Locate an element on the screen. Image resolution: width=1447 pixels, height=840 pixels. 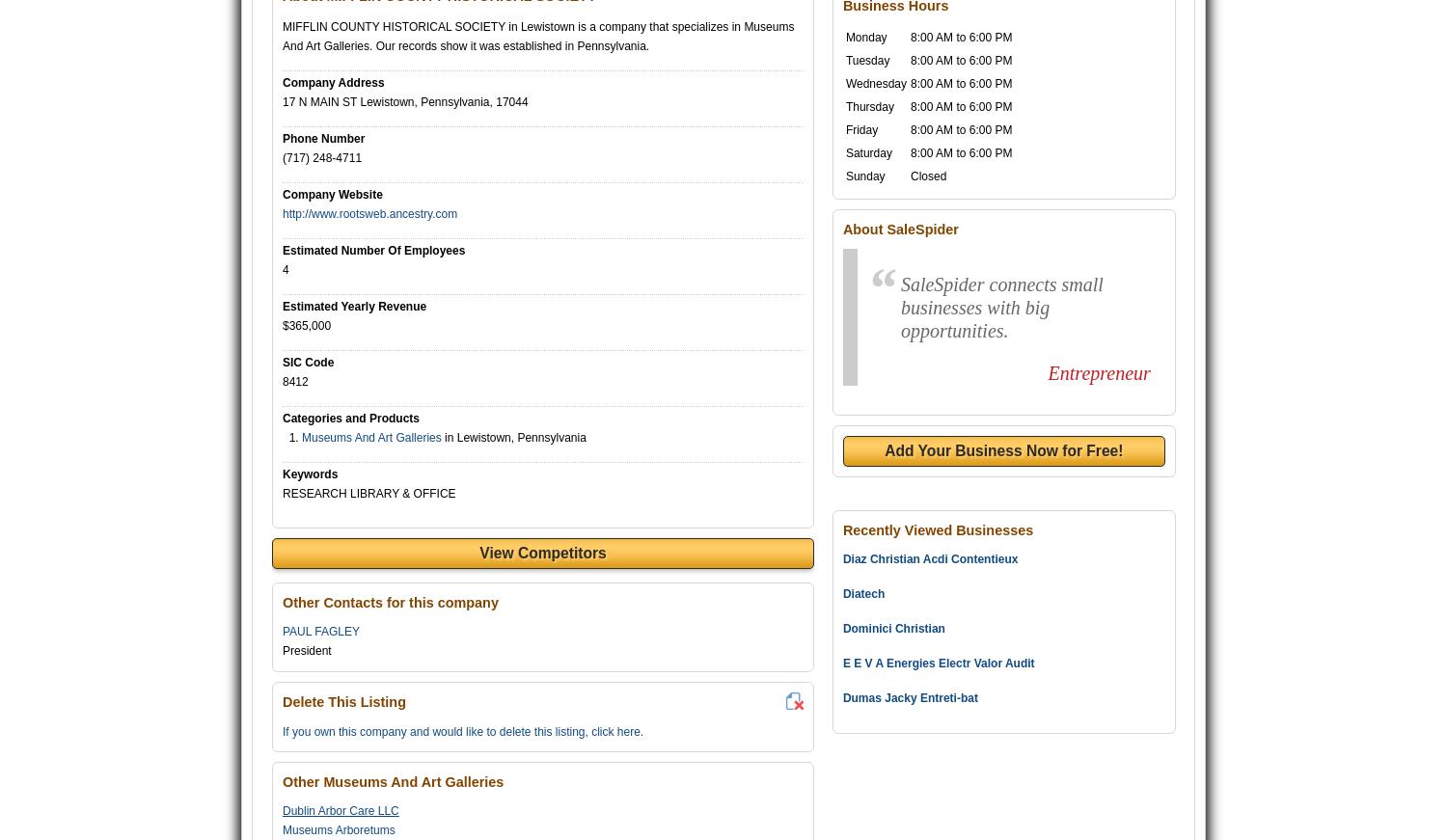
'Museums Arboretums' is located at coordinates (282, 829).